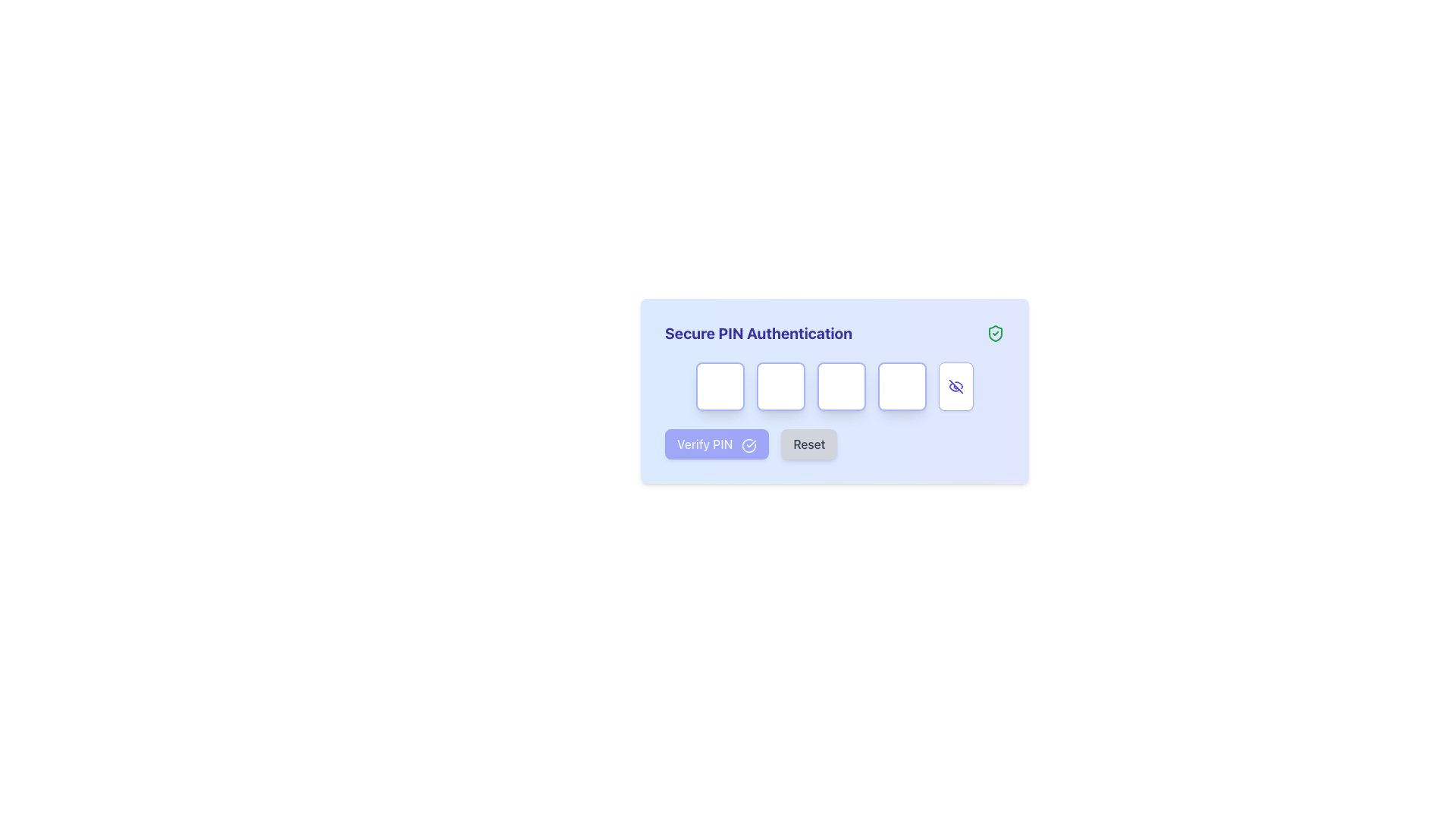  I want to click on the first input box of the PIN entry form to focus and enter a character, so click(720, 385).